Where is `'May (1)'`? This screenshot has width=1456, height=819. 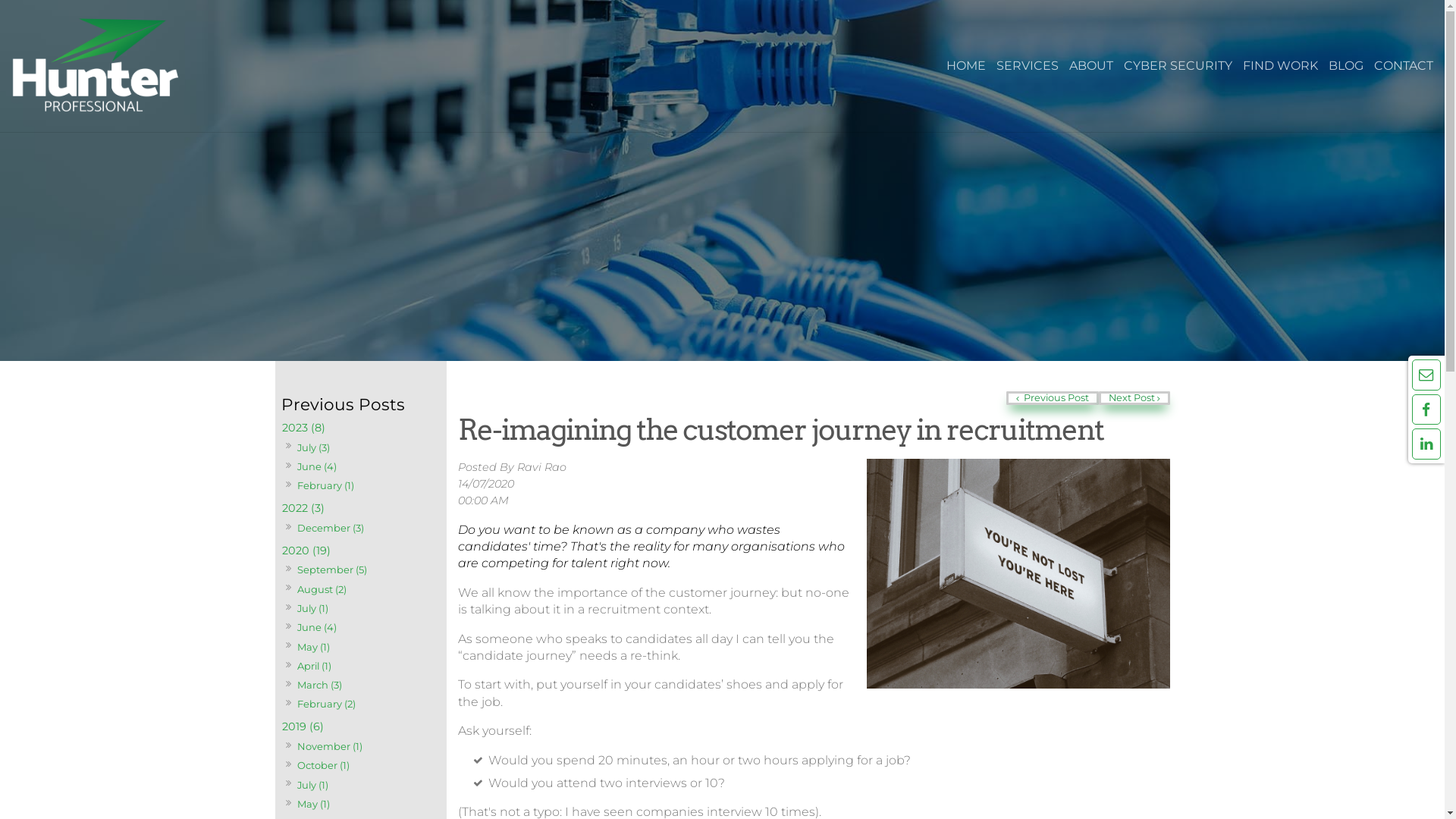 'May (1)' is located at coordinates (312, 646).